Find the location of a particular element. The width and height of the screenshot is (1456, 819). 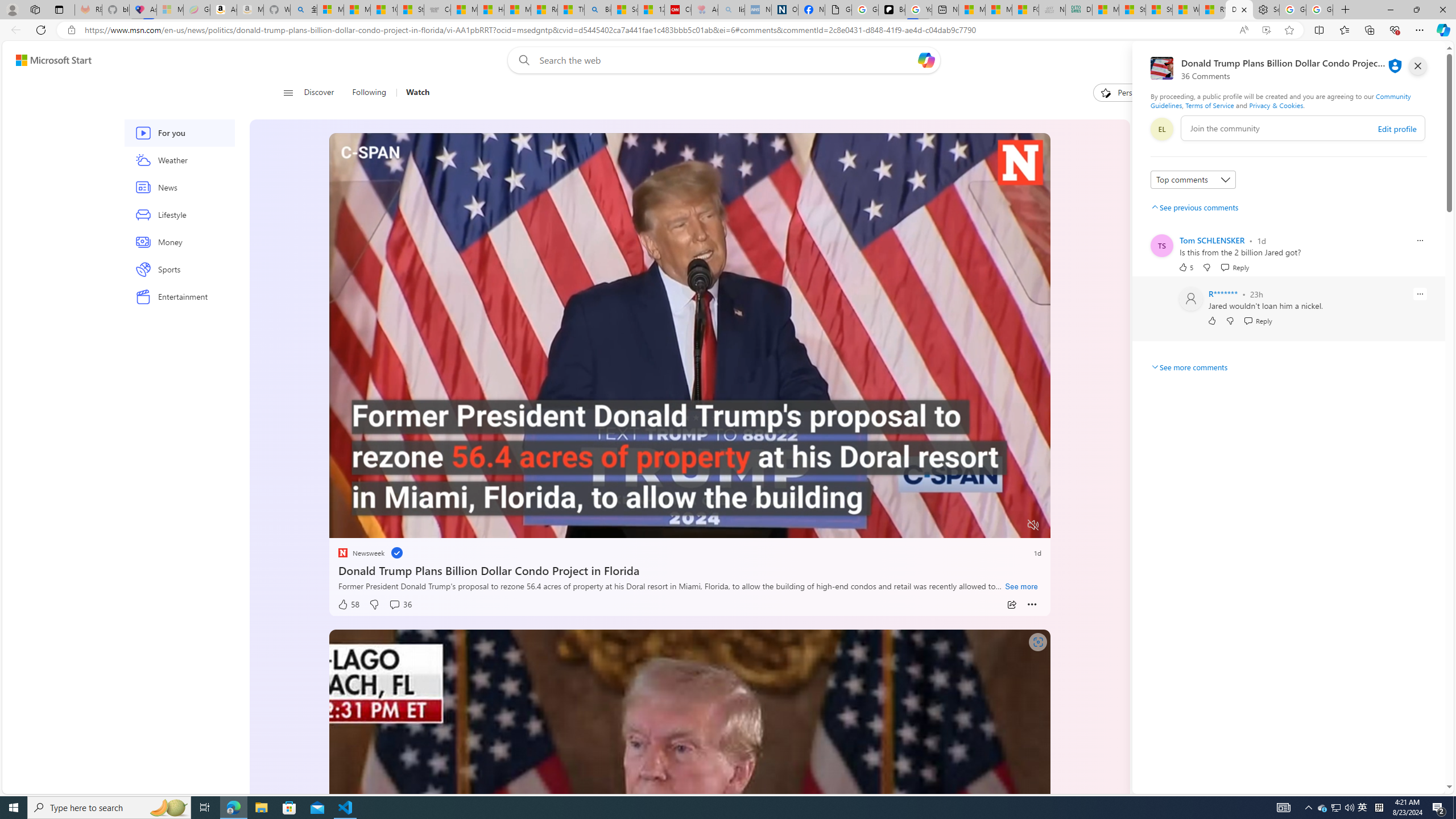

'Captions' is located at coordinates (988, 525).